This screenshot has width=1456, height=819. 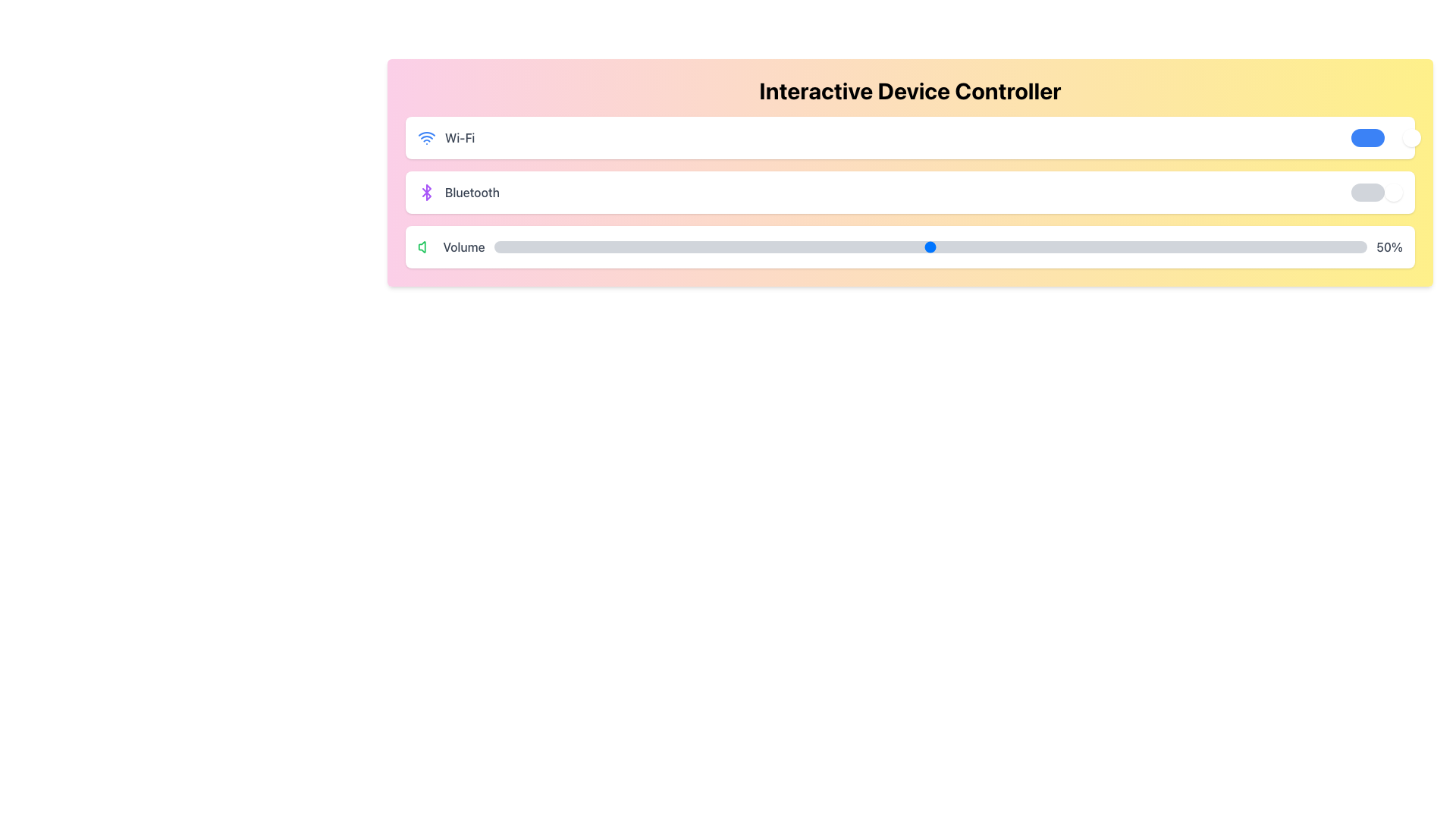 I want to click on the toggle indicator located at the right edge of the toggle track in the Bluetooth setting, so click(x=1394, y=192).